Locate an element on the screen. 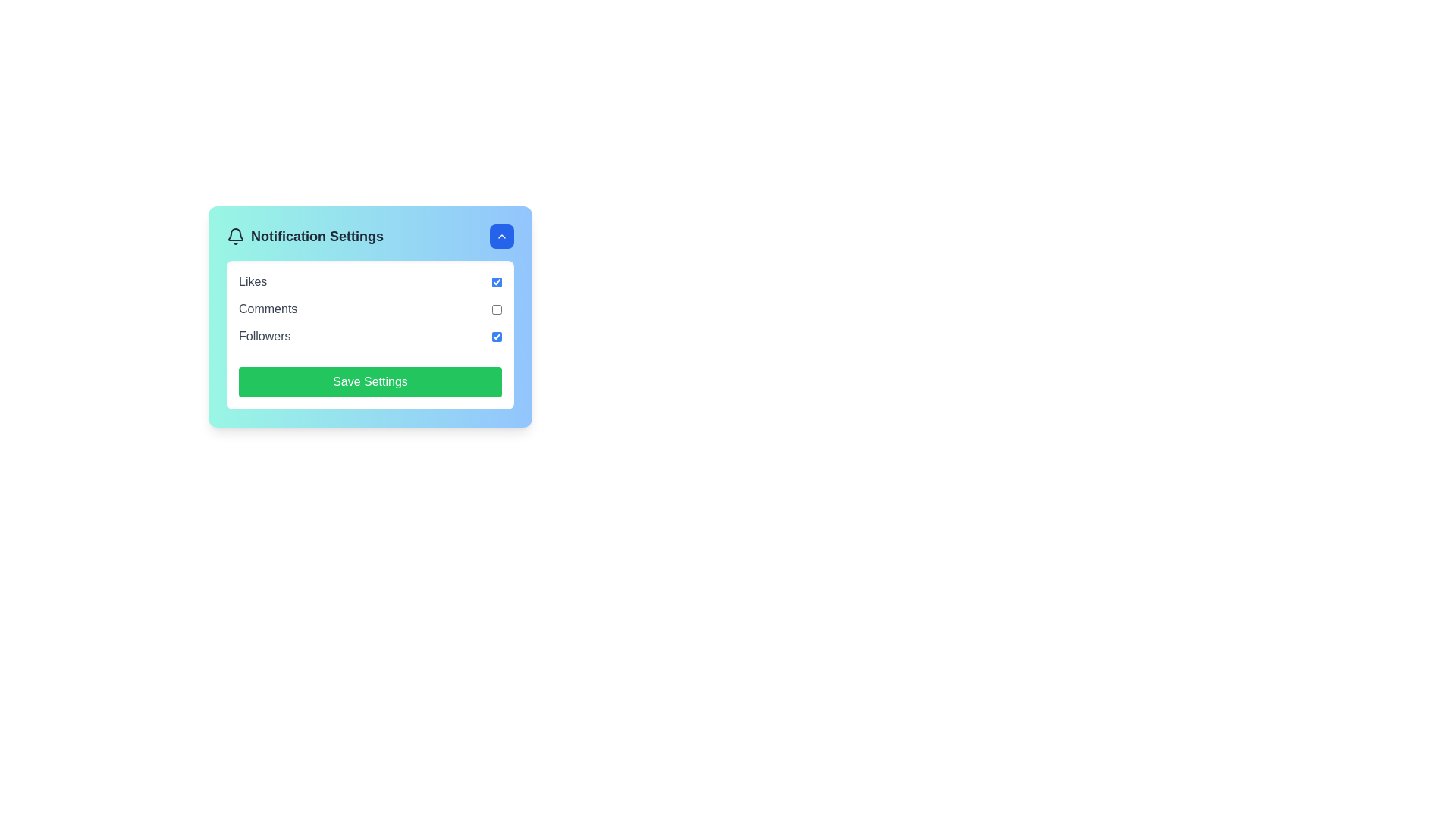 This screenshot has width=1456, height=819. the confirm and save changes button located below the notification settings checkboxes is located at coordinates (370, 381).